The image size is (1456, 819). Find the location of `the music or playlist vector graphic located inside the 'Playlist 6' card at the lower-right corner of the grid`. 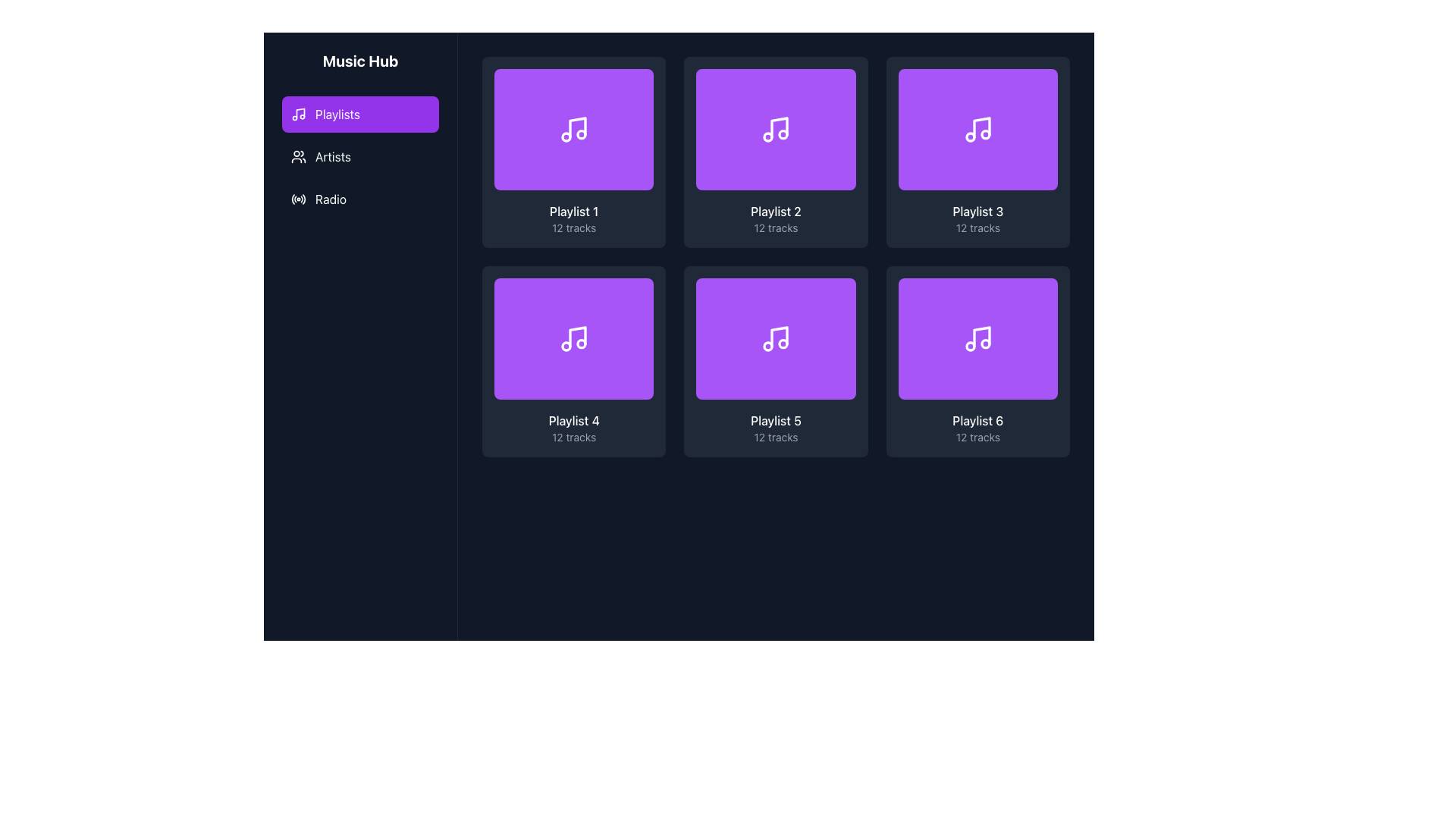

the music or playlist vector graphic located inside the 'Playlist 6' card at the lower-right corner of the grid is located at coordinates (981, 336).